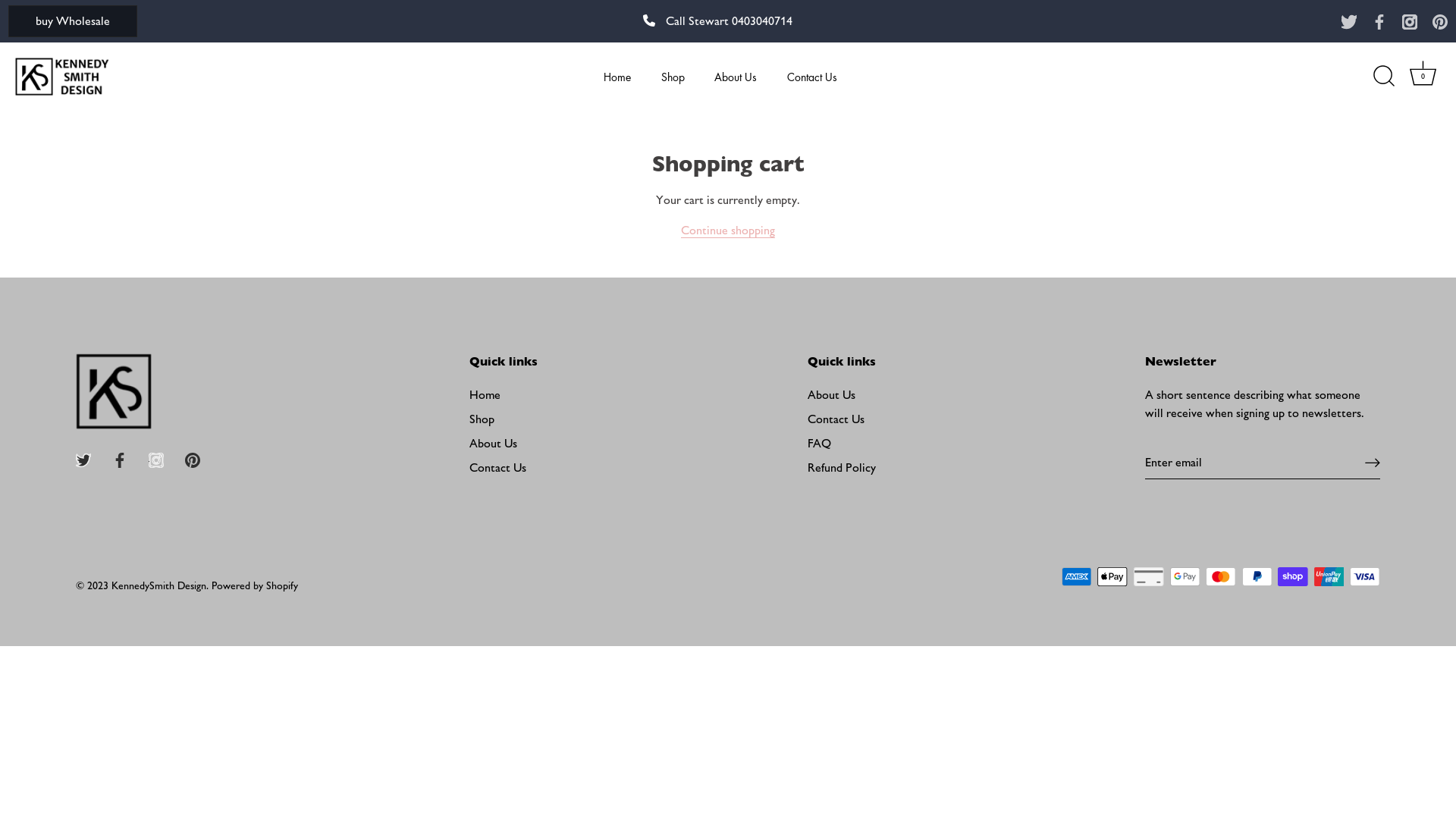 Image resolution: width=1456 pixels, height=819 pixels. I want to click on 'Home', so click(484, 394).